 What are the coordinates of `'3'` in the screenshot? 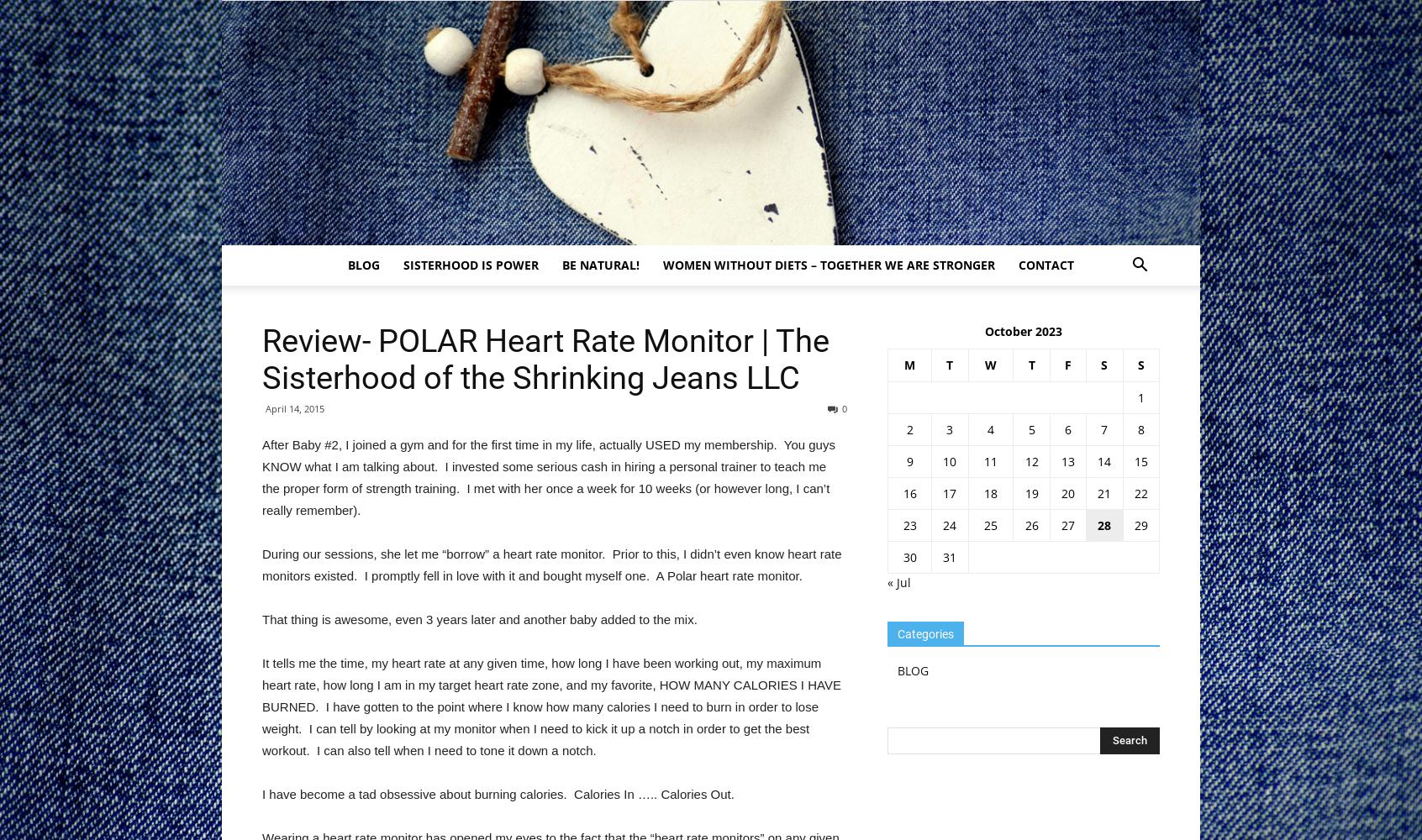 It's located at (948, 429).